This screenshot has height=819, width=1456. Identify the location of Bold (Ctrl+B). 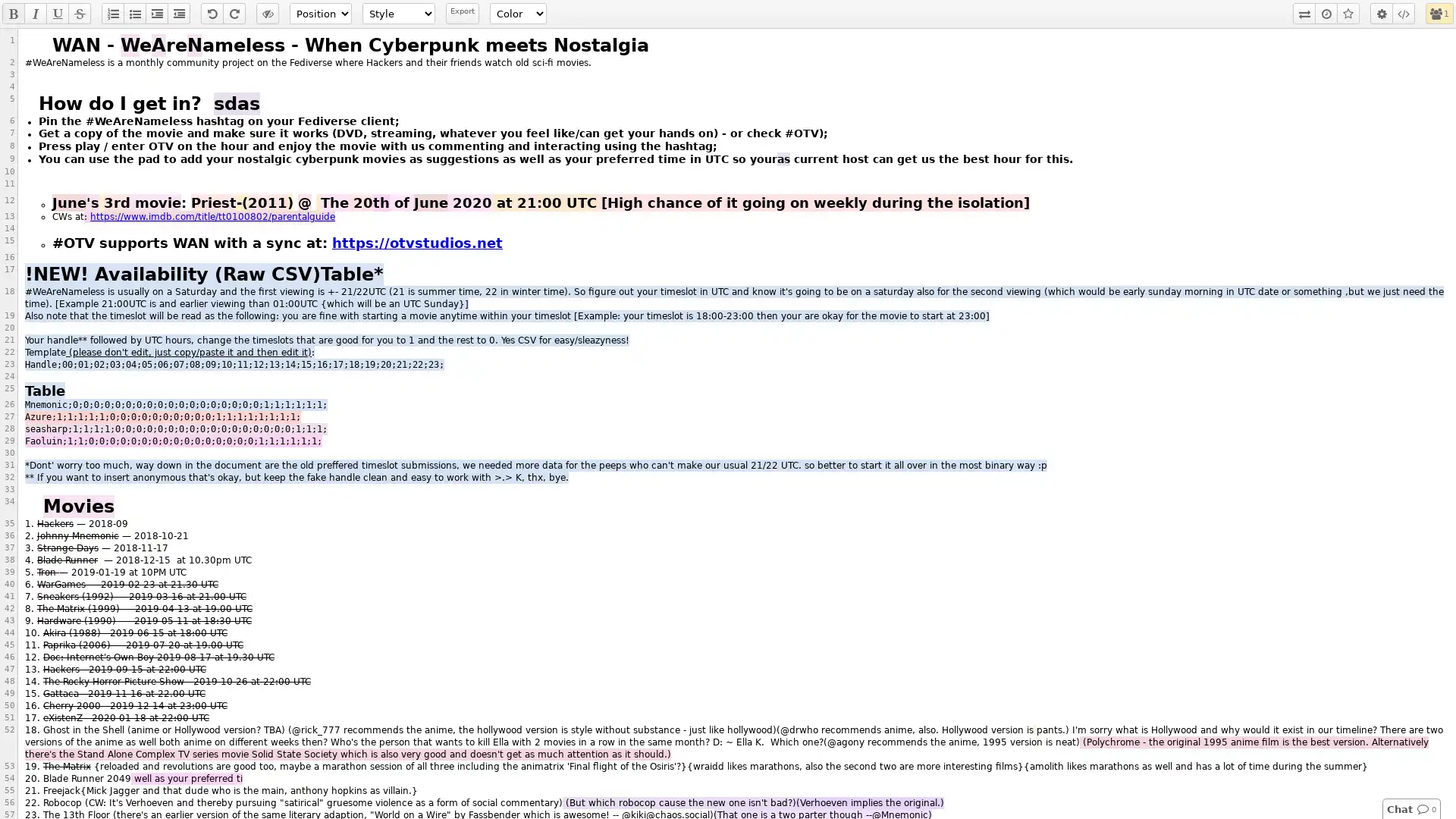
(14, 14).